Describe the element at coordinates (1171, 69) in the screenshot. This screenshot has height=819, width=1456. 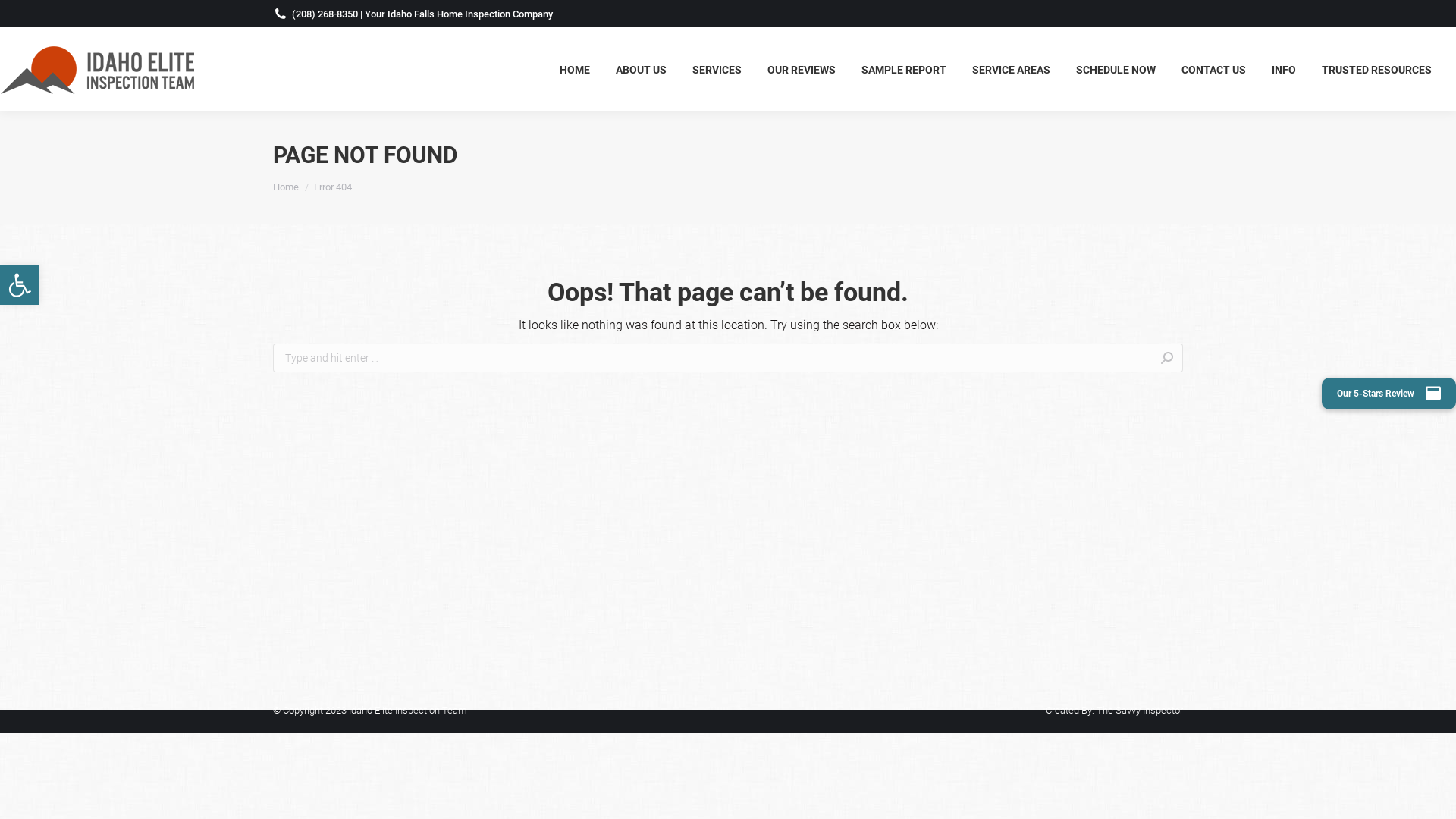
I see `'CONTACT US'` at that location.